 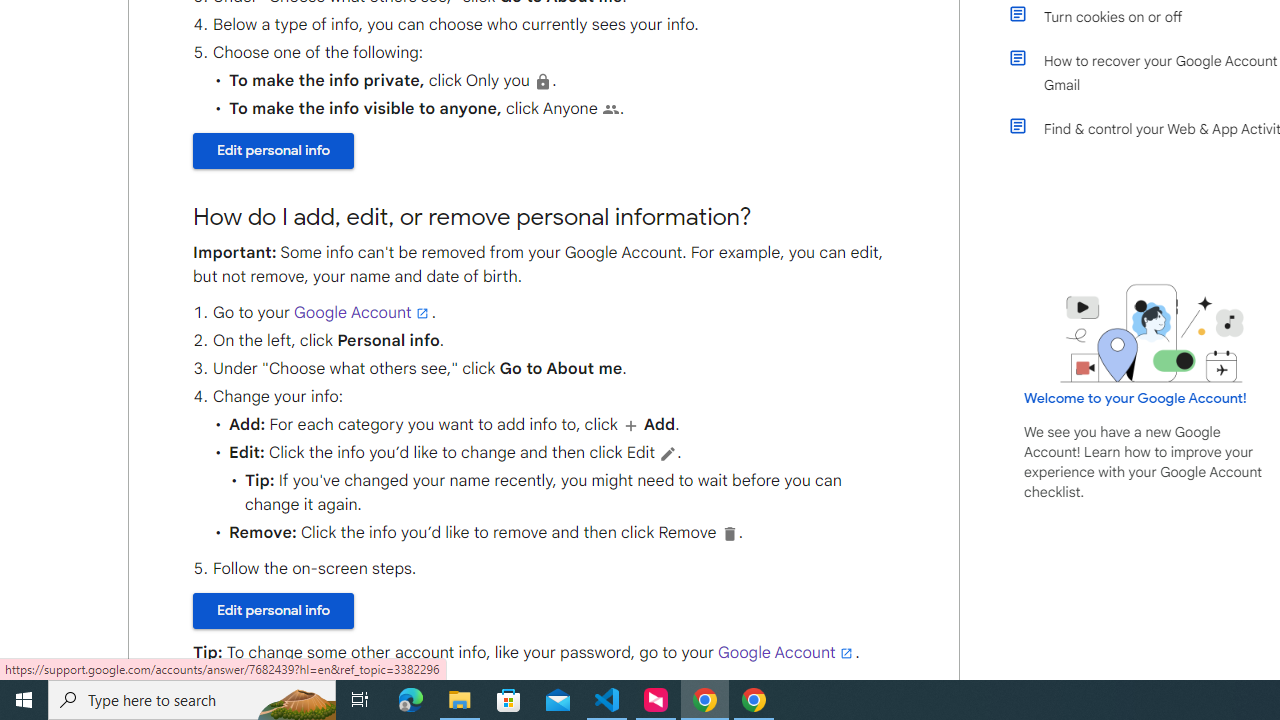 I want to click on 'Welcome to your Google Account!', so click(x=1135, y=397).